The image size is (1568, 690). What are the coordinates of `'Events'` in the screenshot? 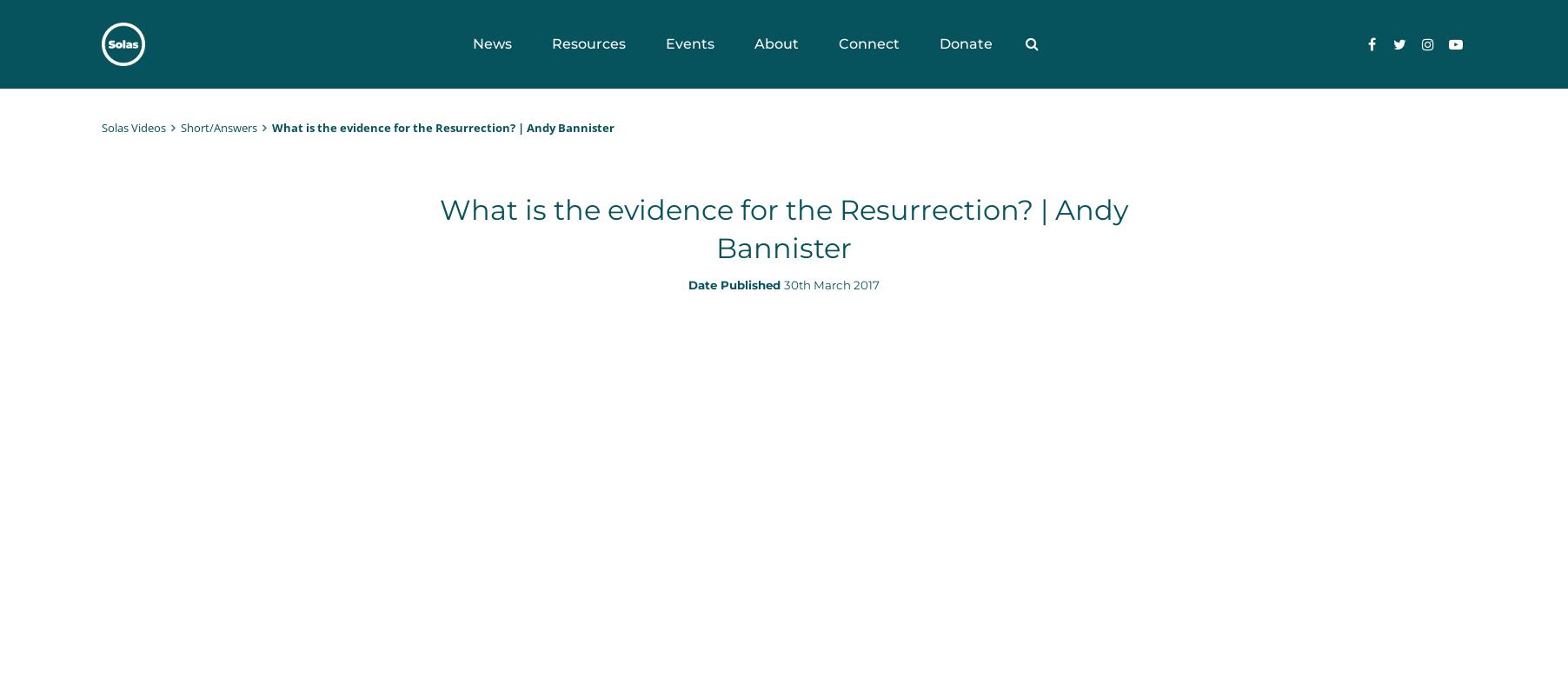 It's located at (688, 43).